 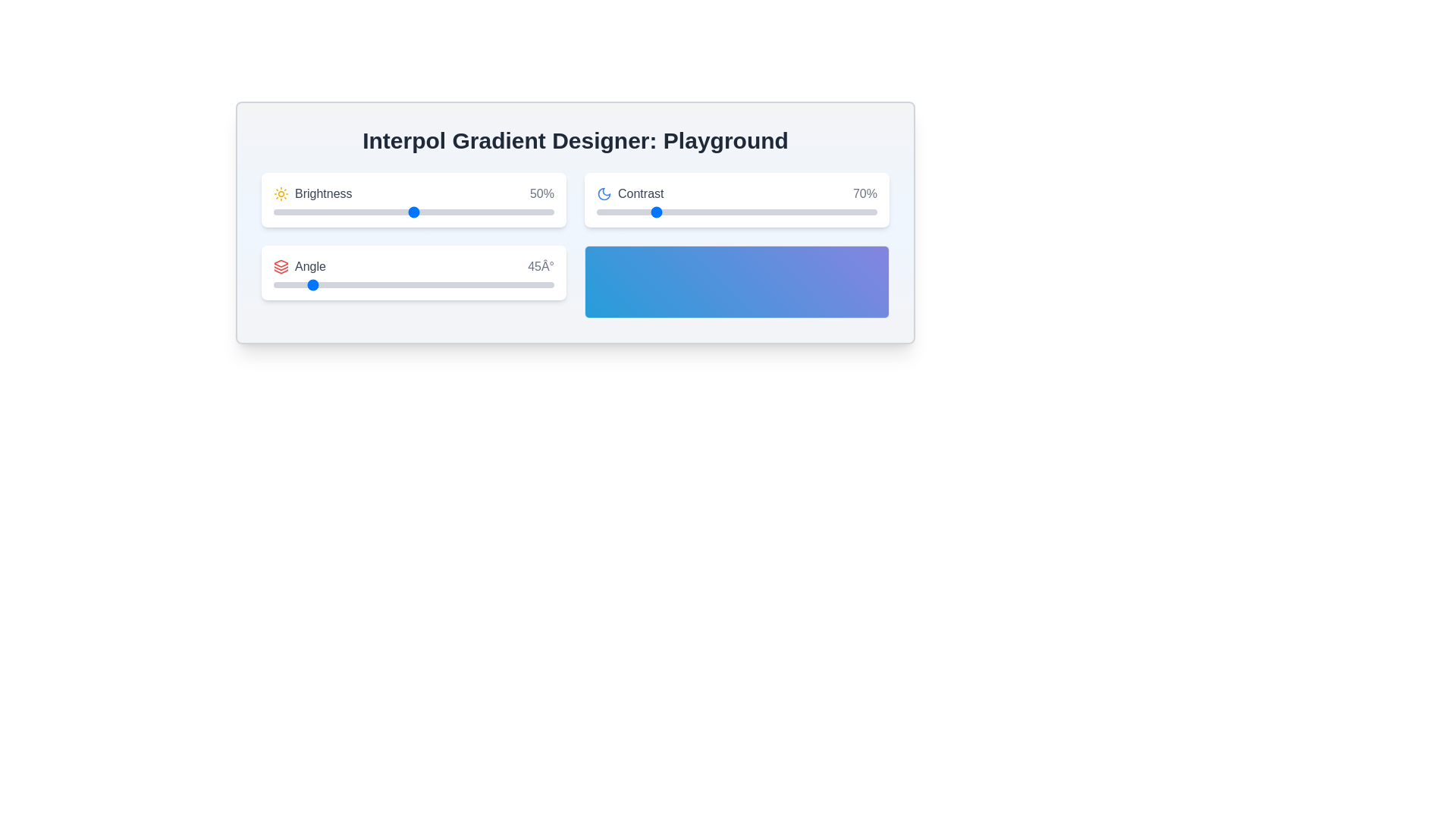 I want to click on the angle slider, so click(x=495, y=284).